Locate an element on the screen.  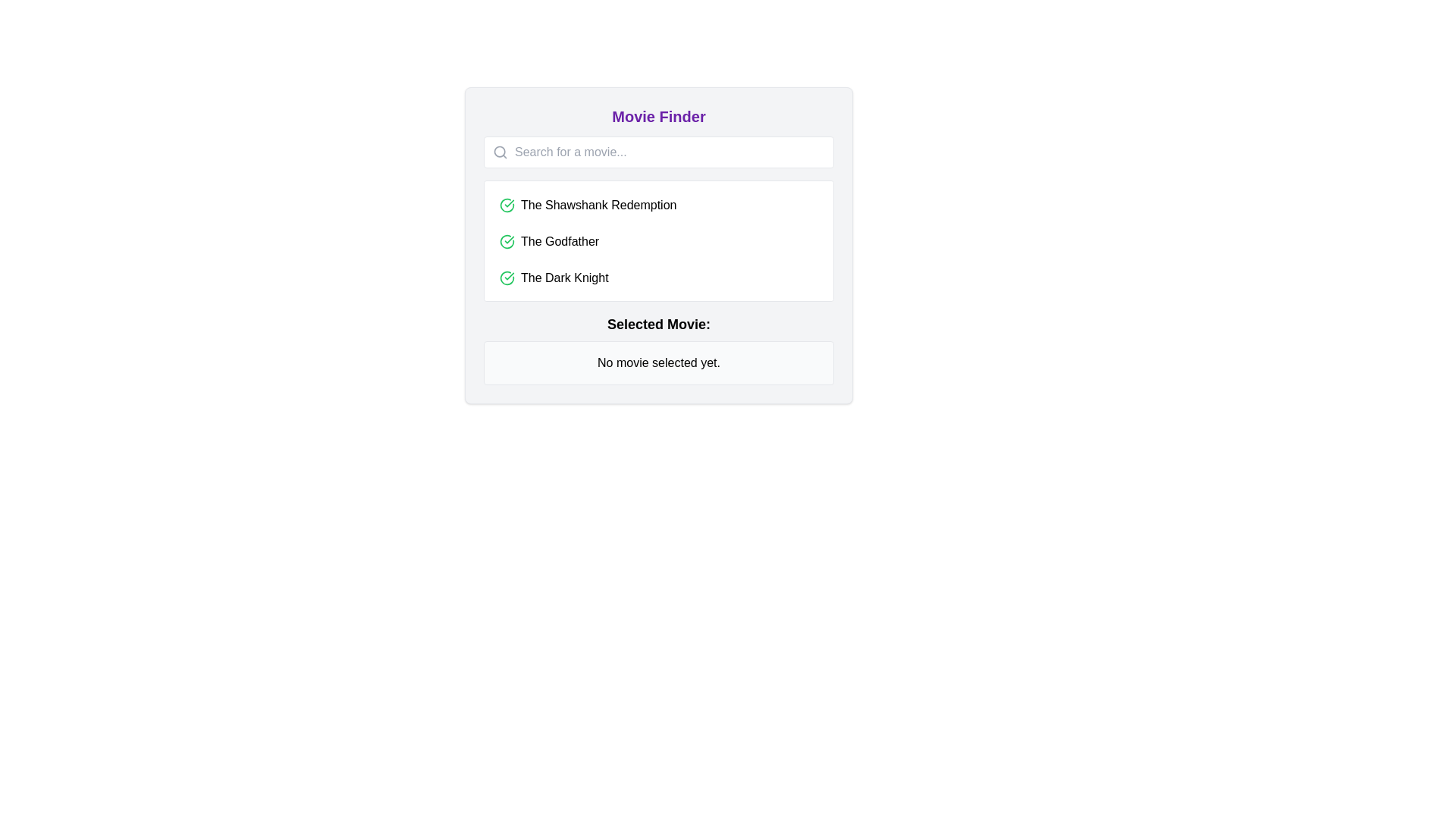
the selection icon for 'The Shawshank Redemption', which visually indicates that the movie has been marked as chosen, to interact with the list item is located at coordinates (507, 205).